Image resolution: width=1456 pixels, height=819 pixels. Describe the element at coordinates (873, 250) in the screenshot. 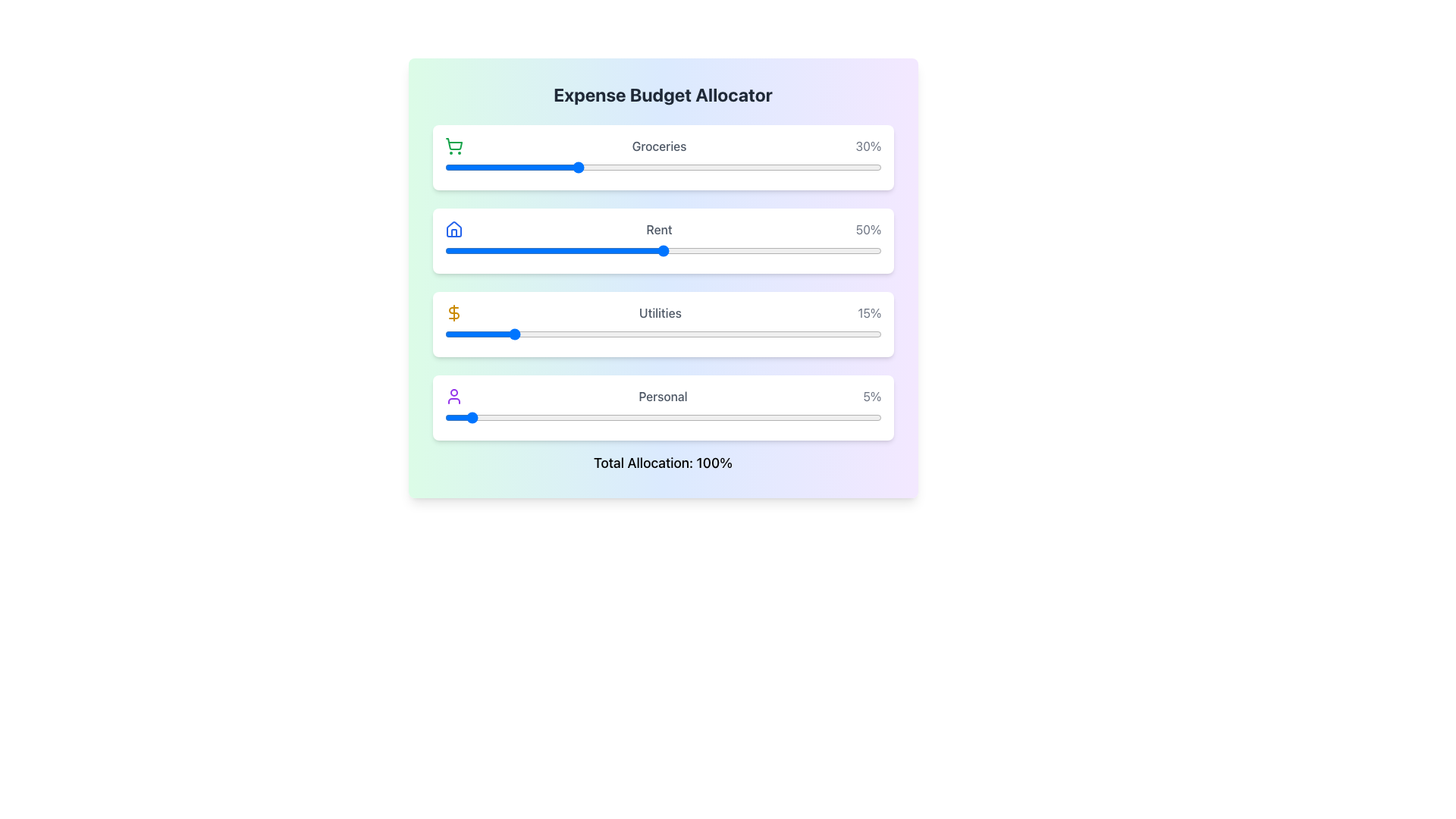

I see `the rent allocation` at that location.